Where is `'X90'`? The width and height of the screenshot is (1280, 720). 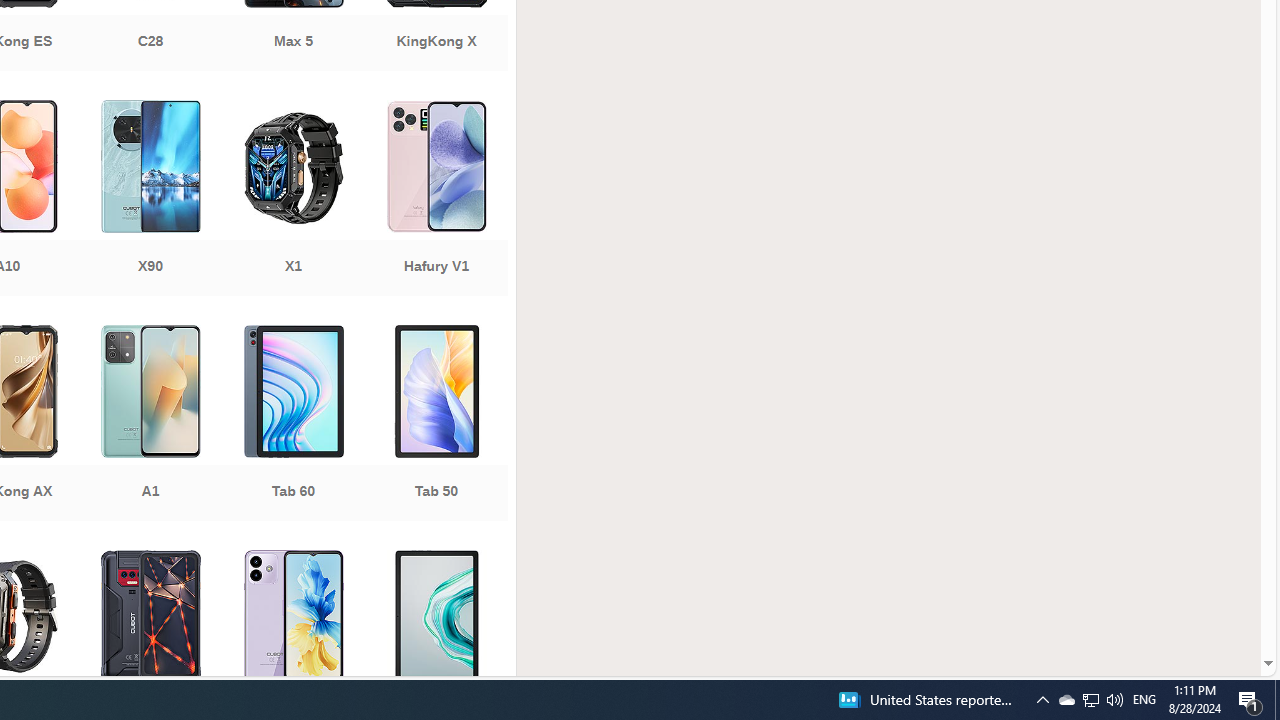 'X90' is located at coordinates (149, 200).